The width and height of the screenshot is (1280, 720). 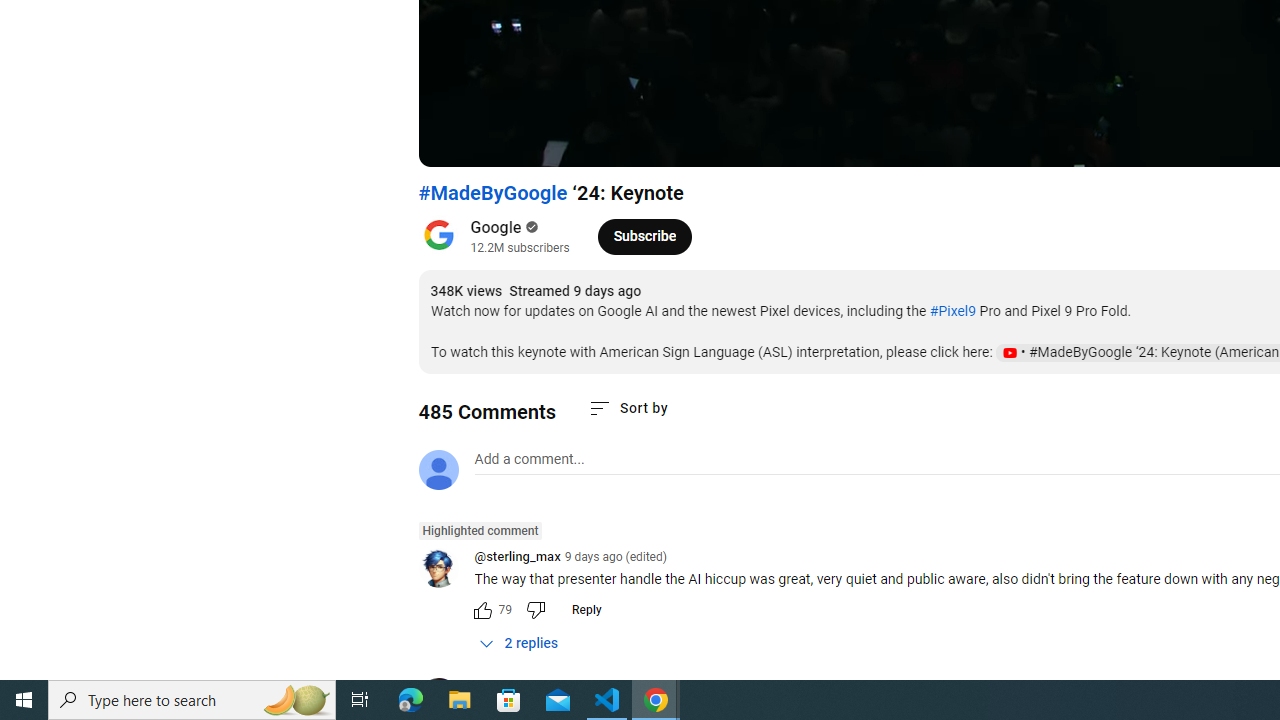 What do you see at coordinates (438, 470) in the screenshot?
I see `'Default profile photo'` at bounding box center [438, 470].